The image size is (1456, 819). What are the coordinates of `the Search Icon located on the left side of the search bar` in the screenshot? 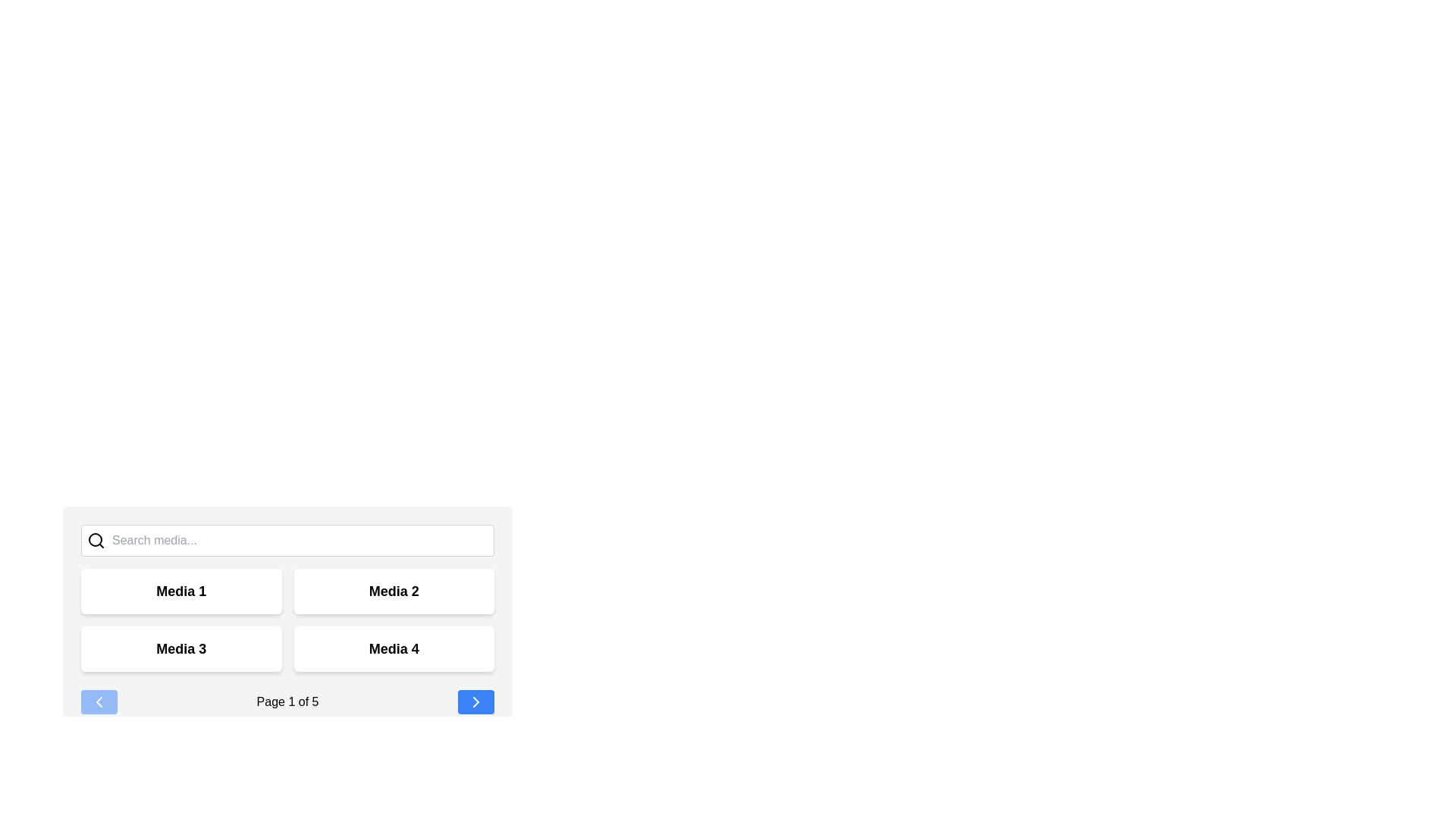 It's located at (95, 540).